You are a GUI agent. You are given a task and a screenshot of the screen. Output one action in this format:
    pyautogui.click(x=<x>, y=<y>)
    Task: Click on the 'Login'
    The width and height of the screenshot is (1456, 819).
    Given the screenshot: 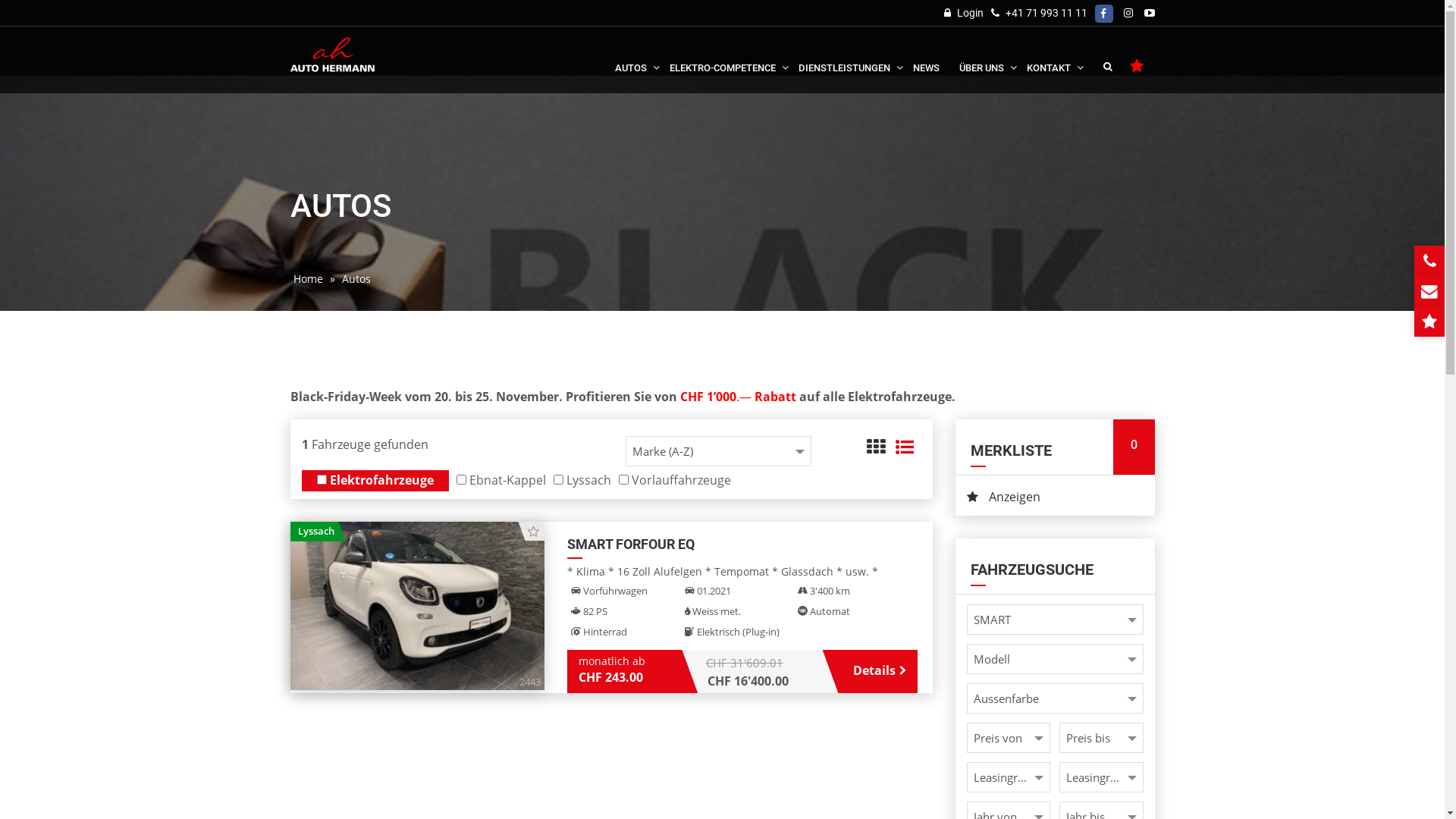 What is the action you would take?
    pyautogui.click(x=962, y=12)
    